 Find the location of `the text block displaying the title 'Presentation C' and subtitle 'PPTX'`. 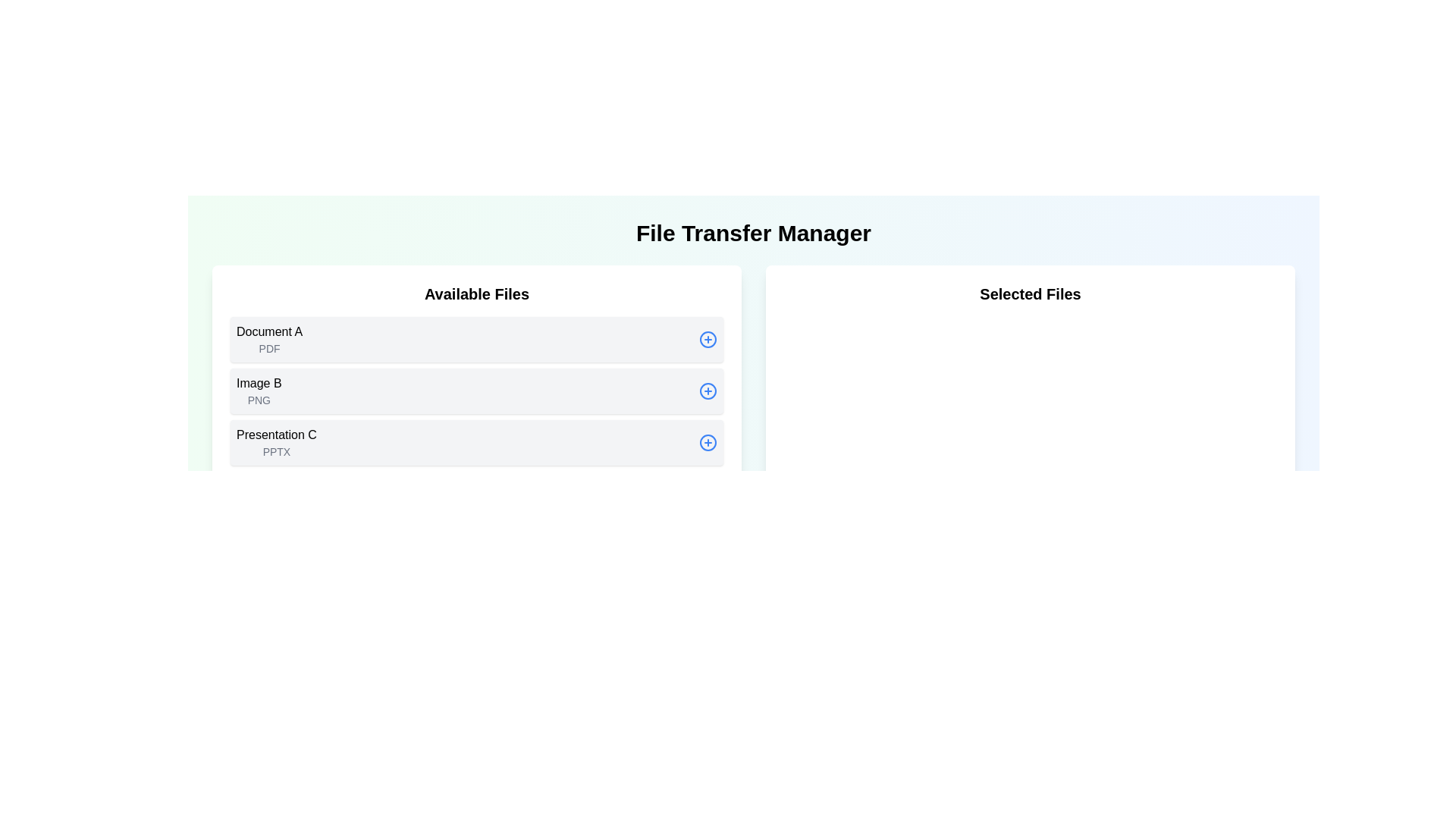

the text block displaying the title 'Presentation C' and subtitle 'PPTX' is located at coordinates (276, 442).